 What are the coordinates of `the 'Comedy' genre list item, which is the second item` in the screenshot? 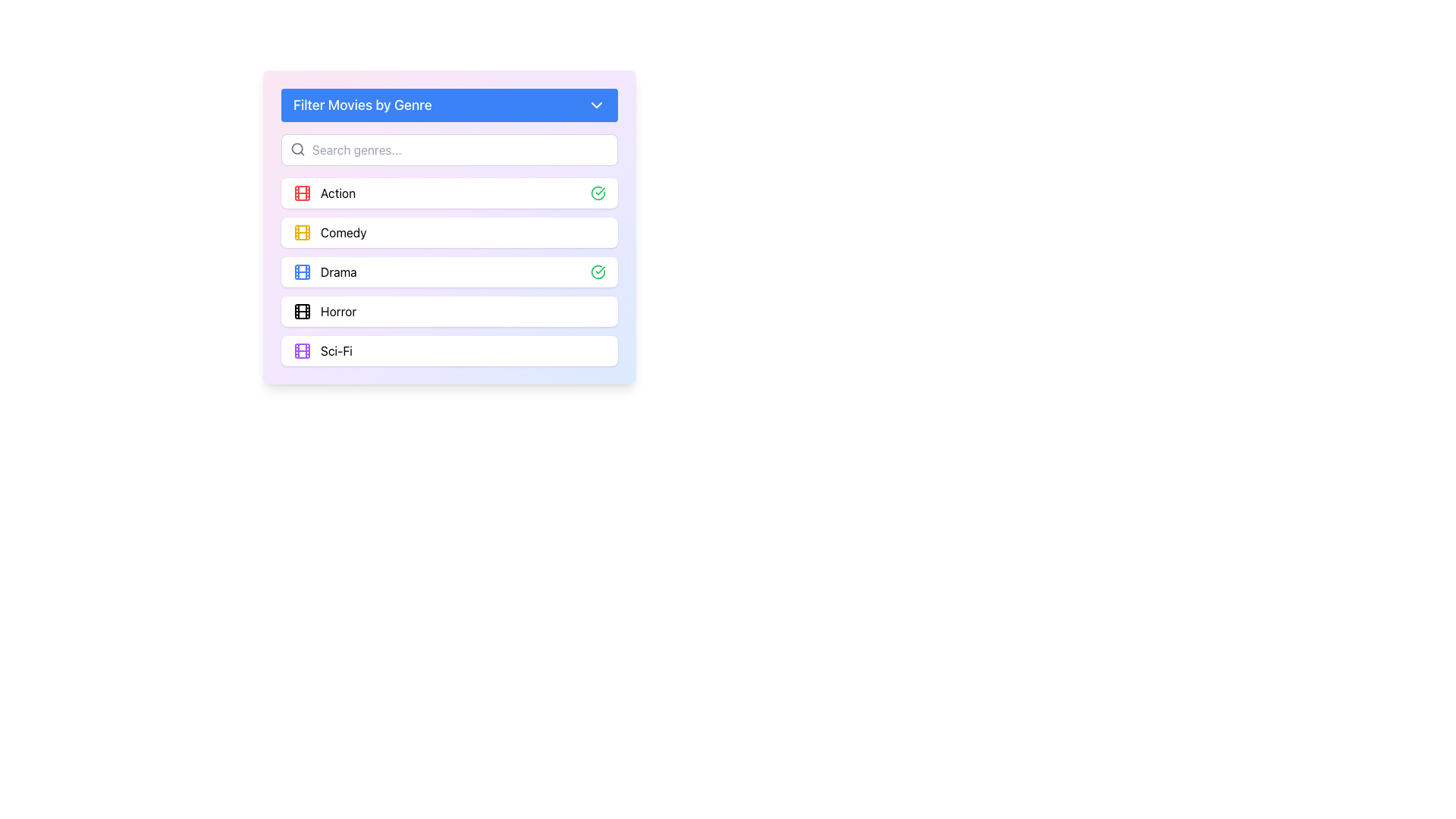 It's located at (449, 227).